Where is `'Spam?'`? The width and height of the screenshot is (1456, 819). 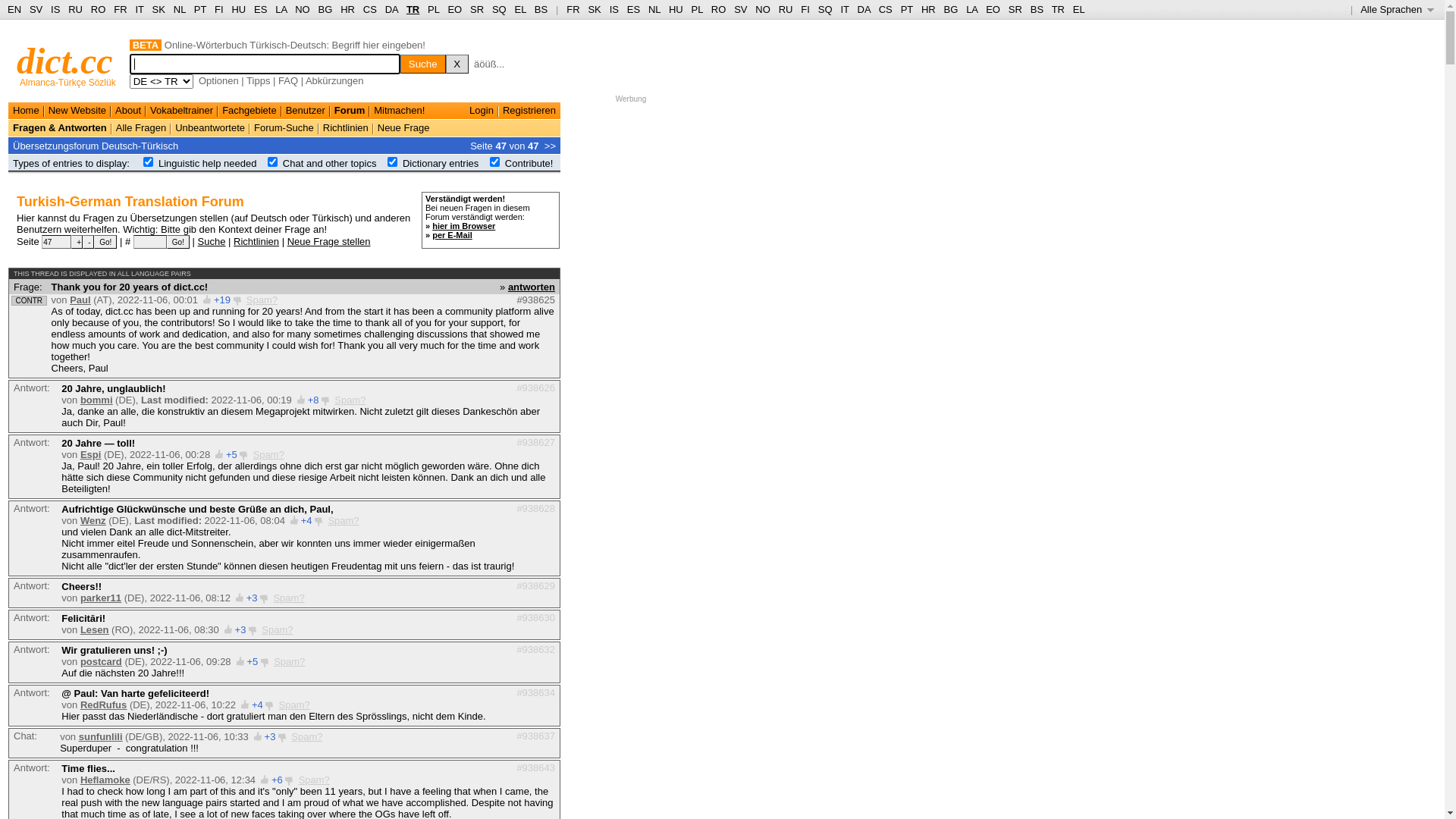
'Spam?' is located at coordinates (262, 300).